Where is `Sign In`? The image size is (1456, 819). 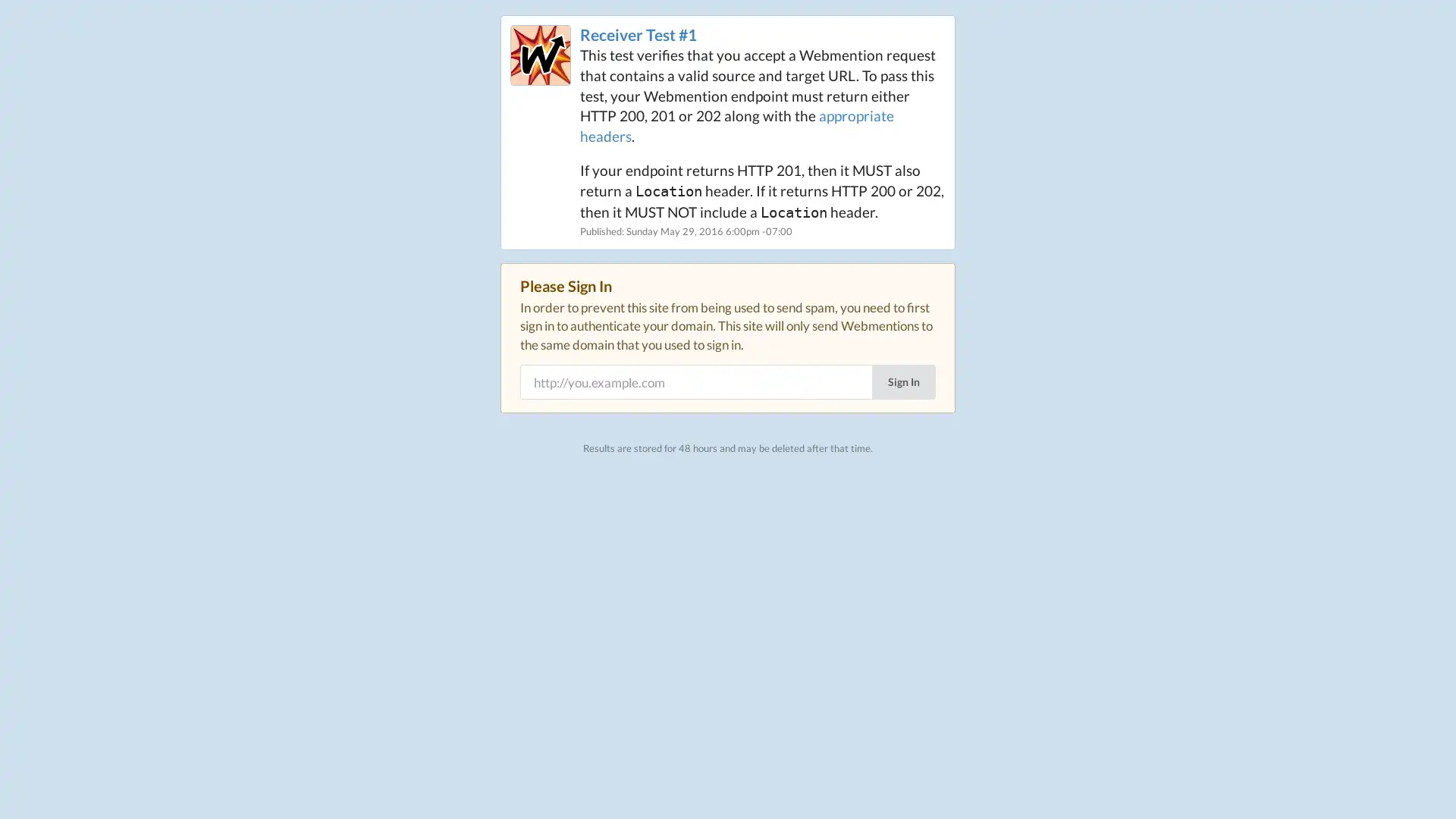
Sign In is located at coordinates (903, 381).